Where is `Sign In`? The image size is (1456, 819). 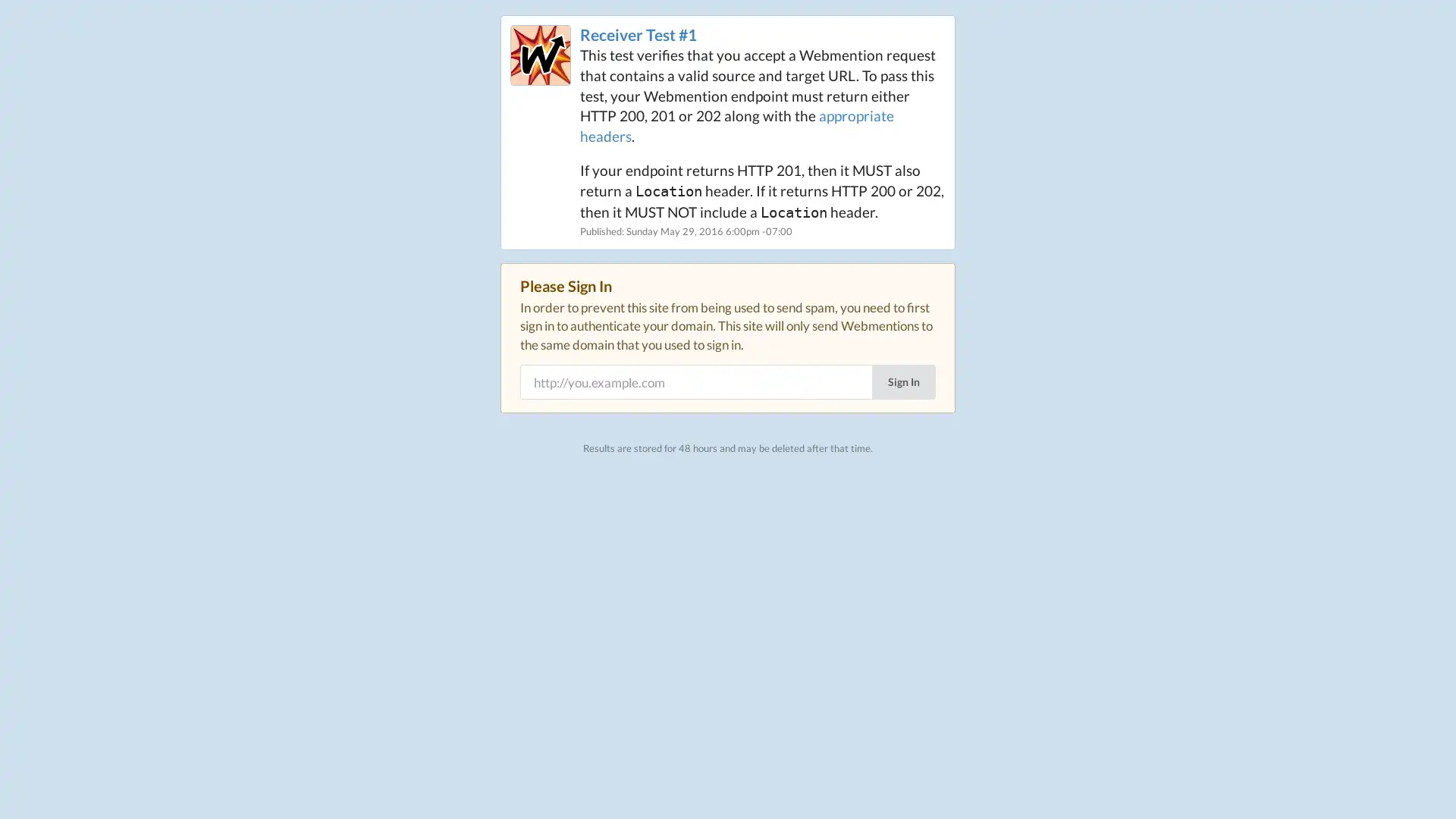
Sign In is located at coordinates (903, 381).